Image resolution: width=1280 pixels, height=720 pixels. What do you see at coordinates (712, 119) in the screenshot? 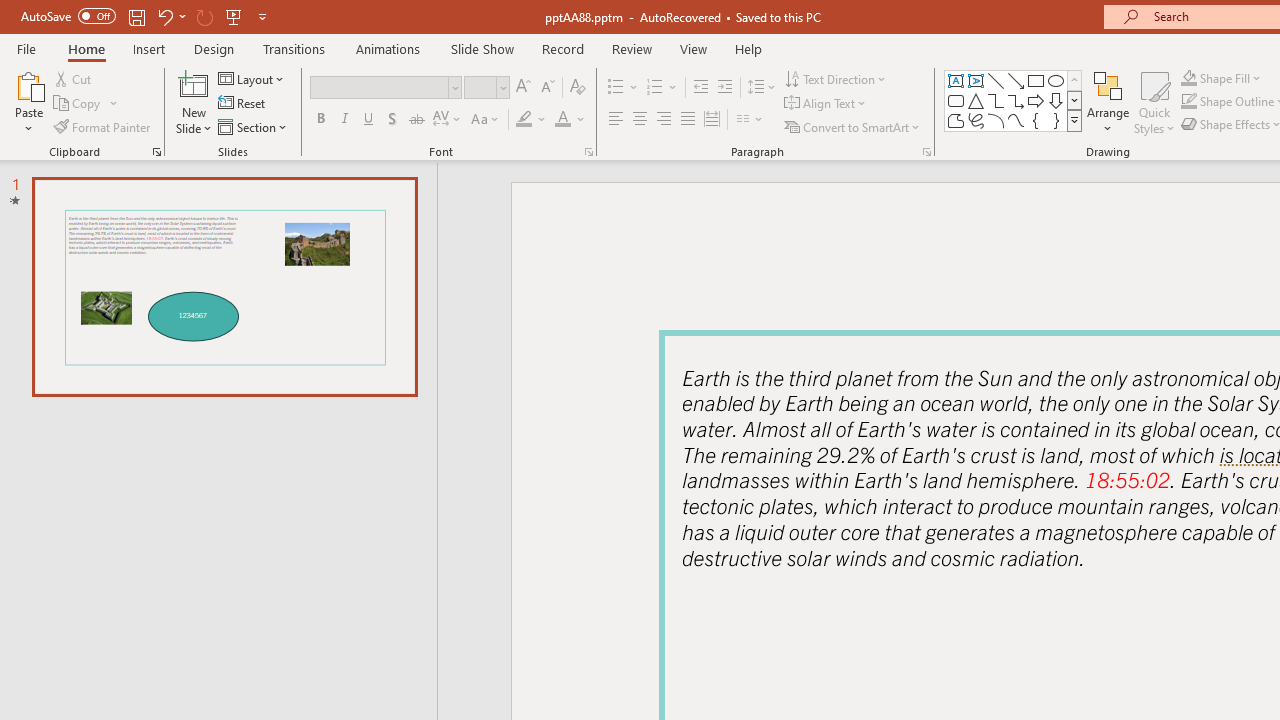
I see `'Distributed'` at bounding box center [712, 119].